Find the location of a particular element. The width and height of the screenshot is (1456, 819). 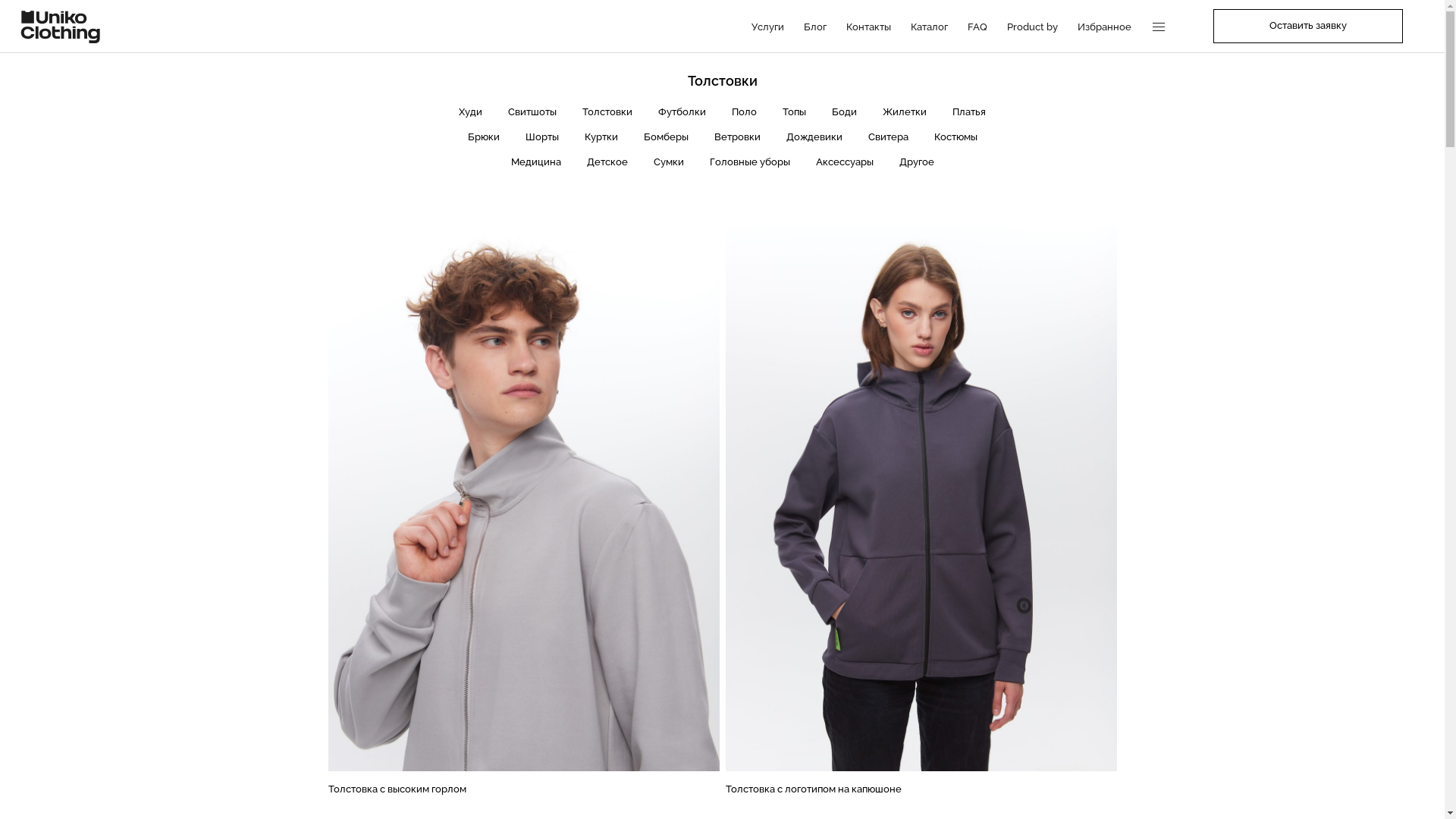

'FAQ' is located at coordinates (977, 26).